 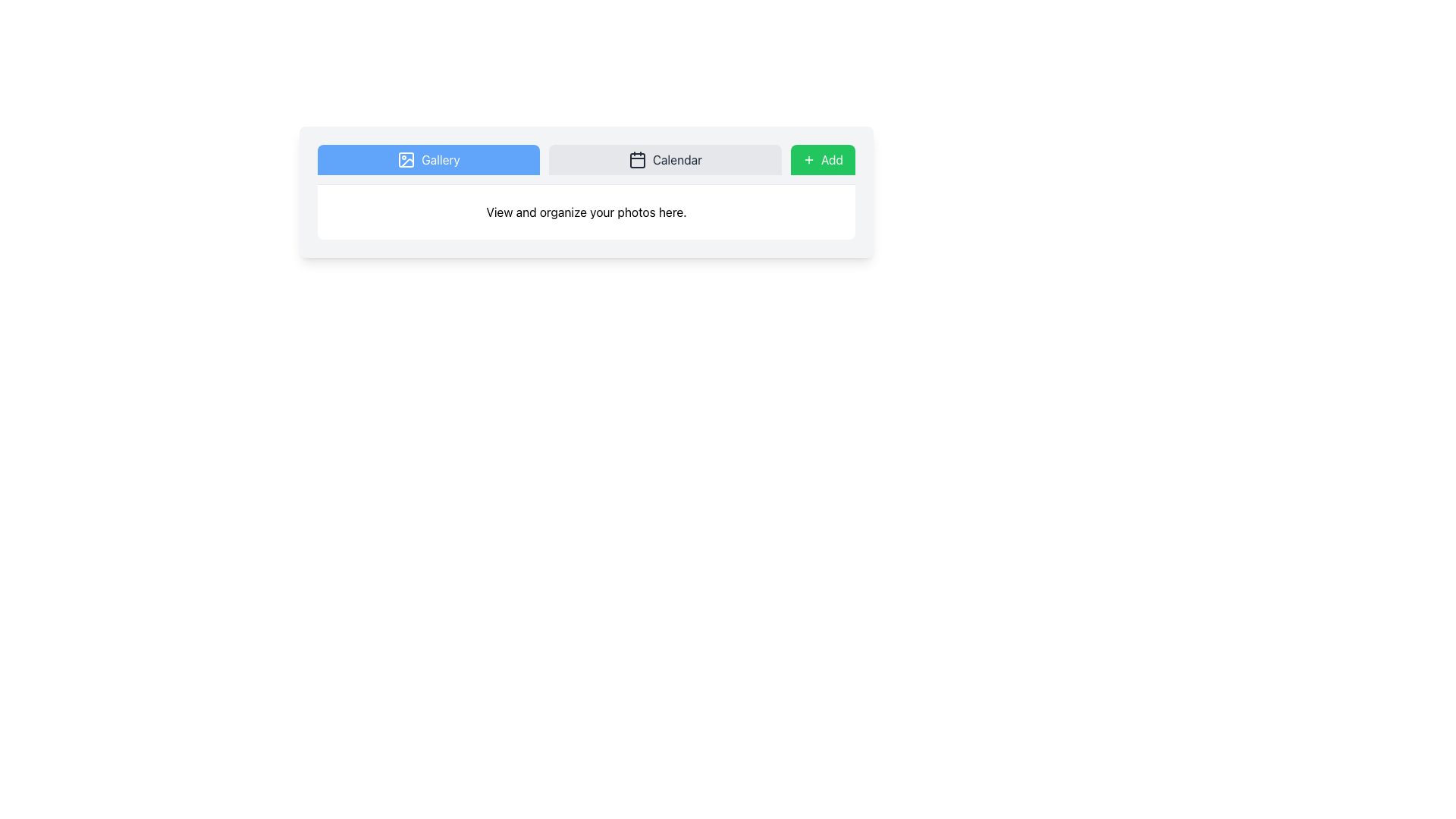 I want to click on the 'Add' icon, which is a visual indicator for the 'Add' action, located at the rightmost side of a horizontal toolbar, adjacent to the text label 'Add', so click(x=808, y=160).